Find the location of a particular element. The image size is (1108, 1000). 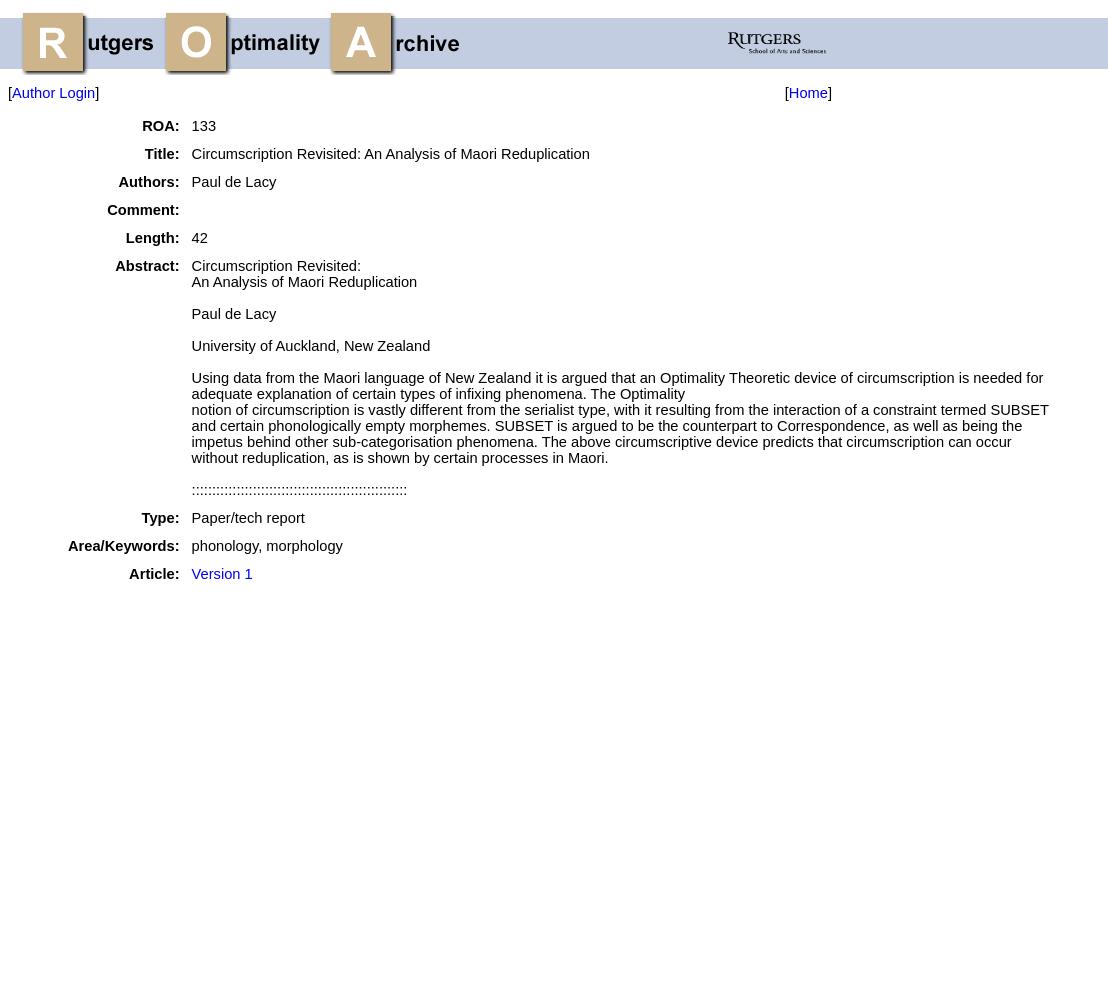

'Type:' is located at coordinates (158, 518).